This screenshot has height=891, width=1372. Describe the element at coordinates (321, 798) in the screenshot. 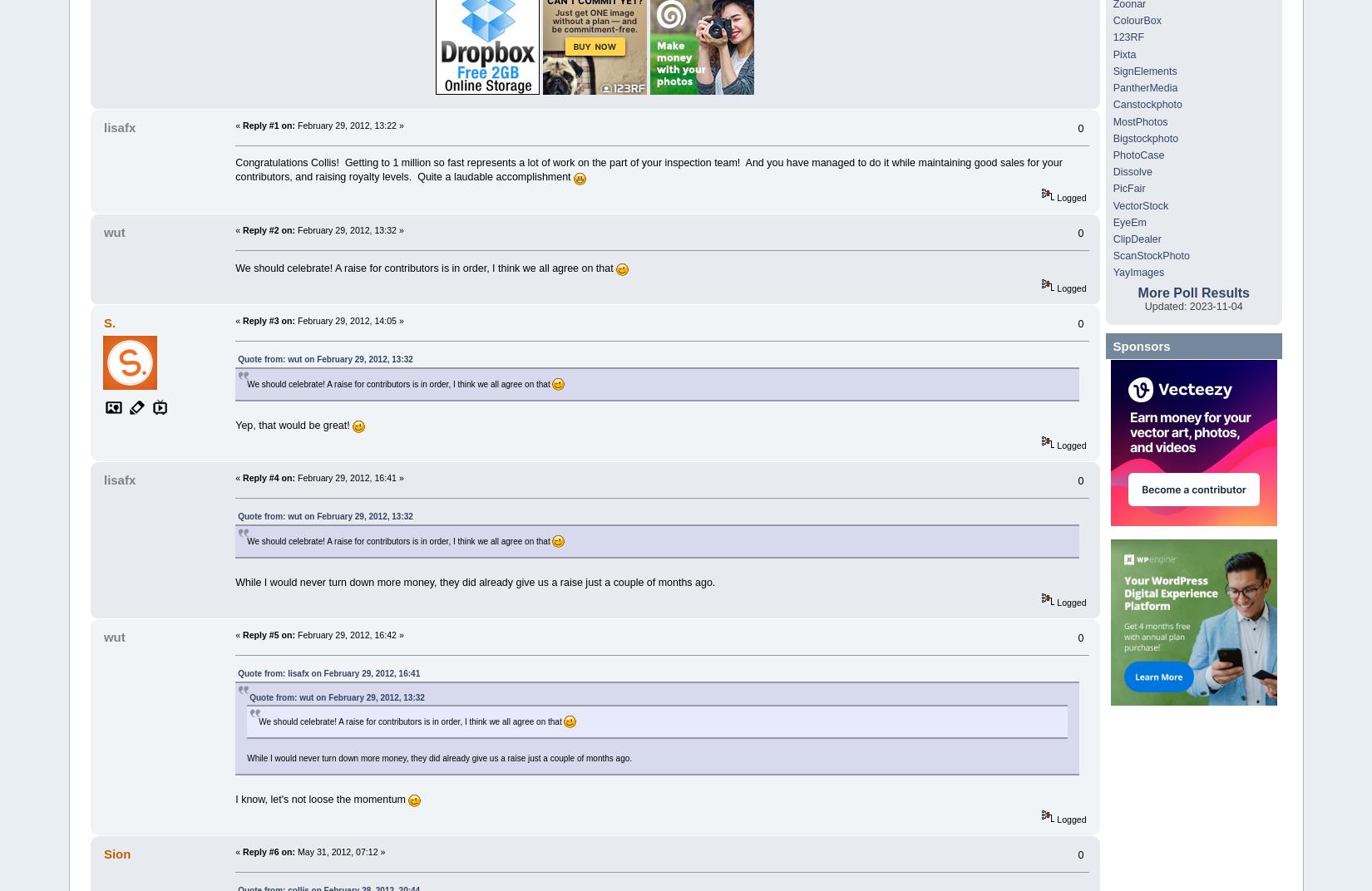

I see `'I know, let's not loose the momentum'` at that location.